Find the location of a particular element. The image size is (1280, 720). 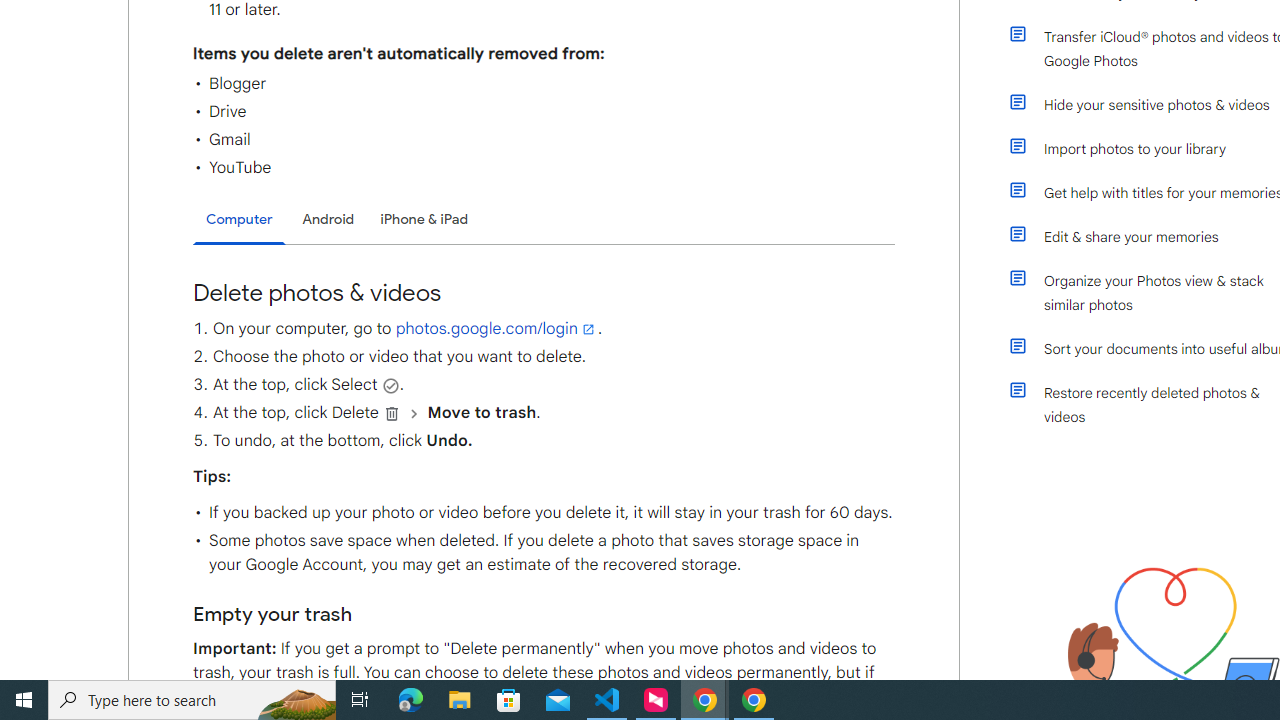

'Computer' is located at coordinates (239, 220).